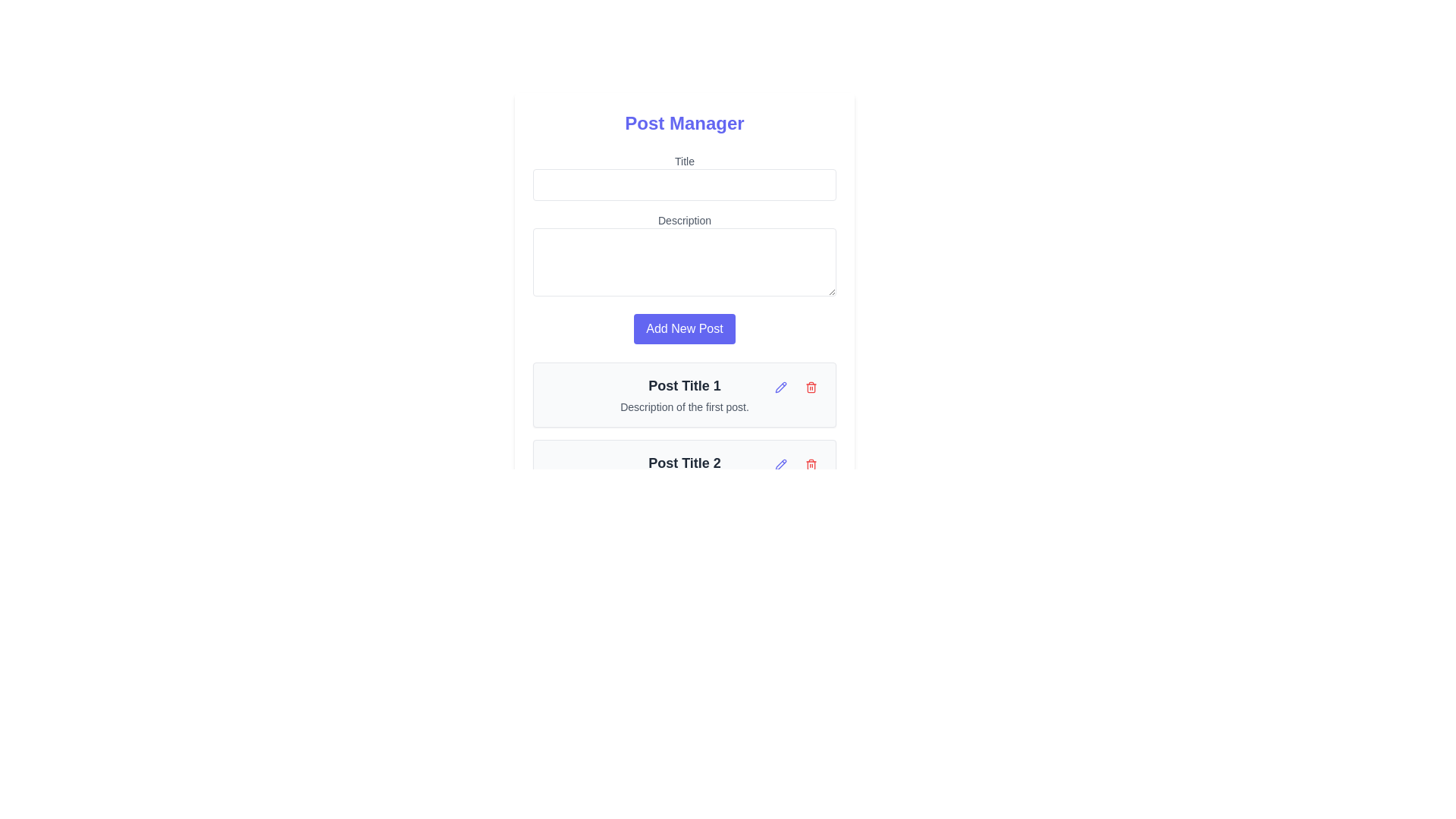 The height and width of the screenshot is (819, 1456). I want to click on the delete button, which is the second trash icon, so click(811, 464).